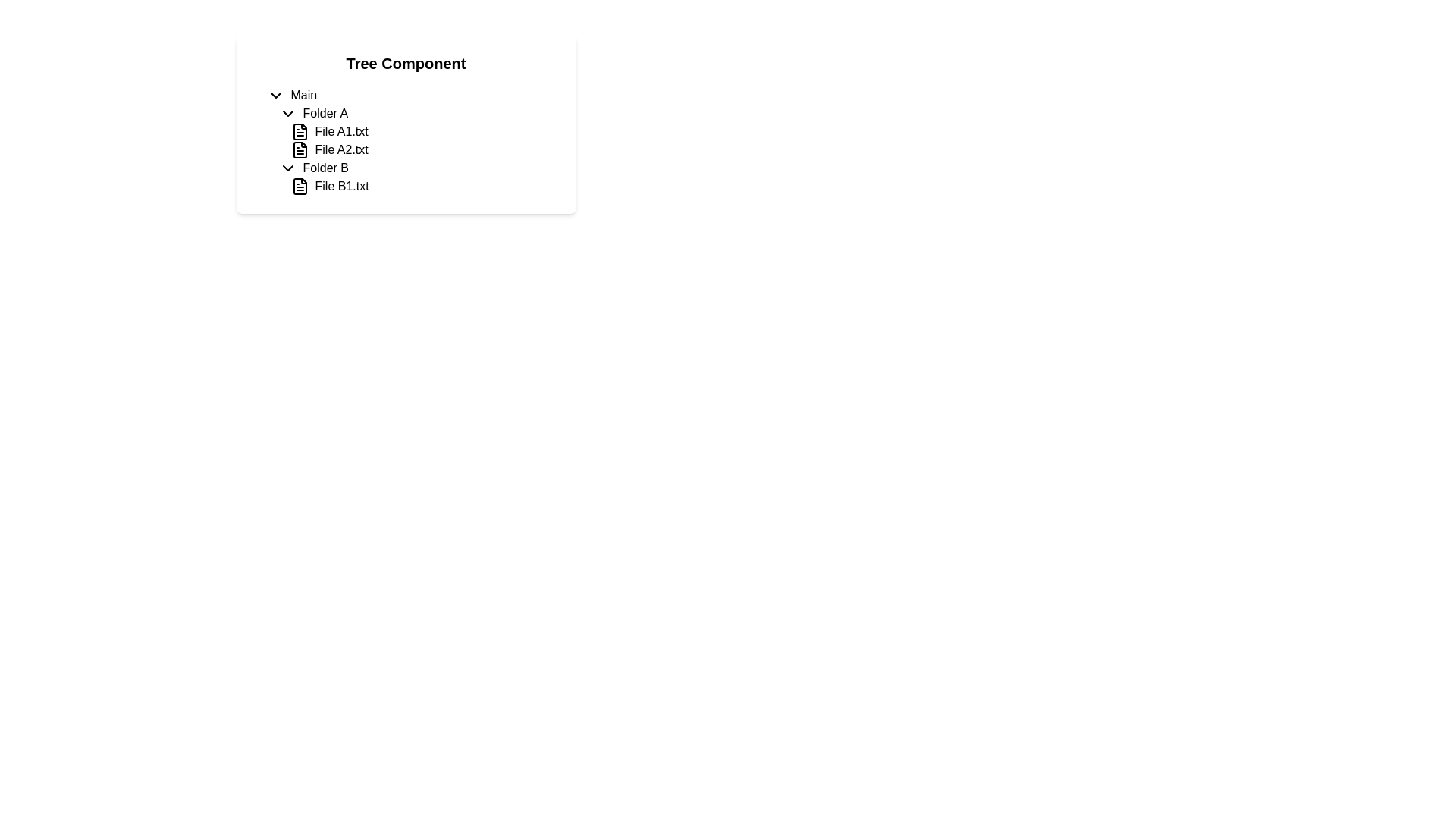 This screenshot has width=1456, height=819. What do you see at coordinates (325, 168) in the screenshot?
I see `the text label for 'Folder B' in the Tree Component` at bounding box center [325, 168].